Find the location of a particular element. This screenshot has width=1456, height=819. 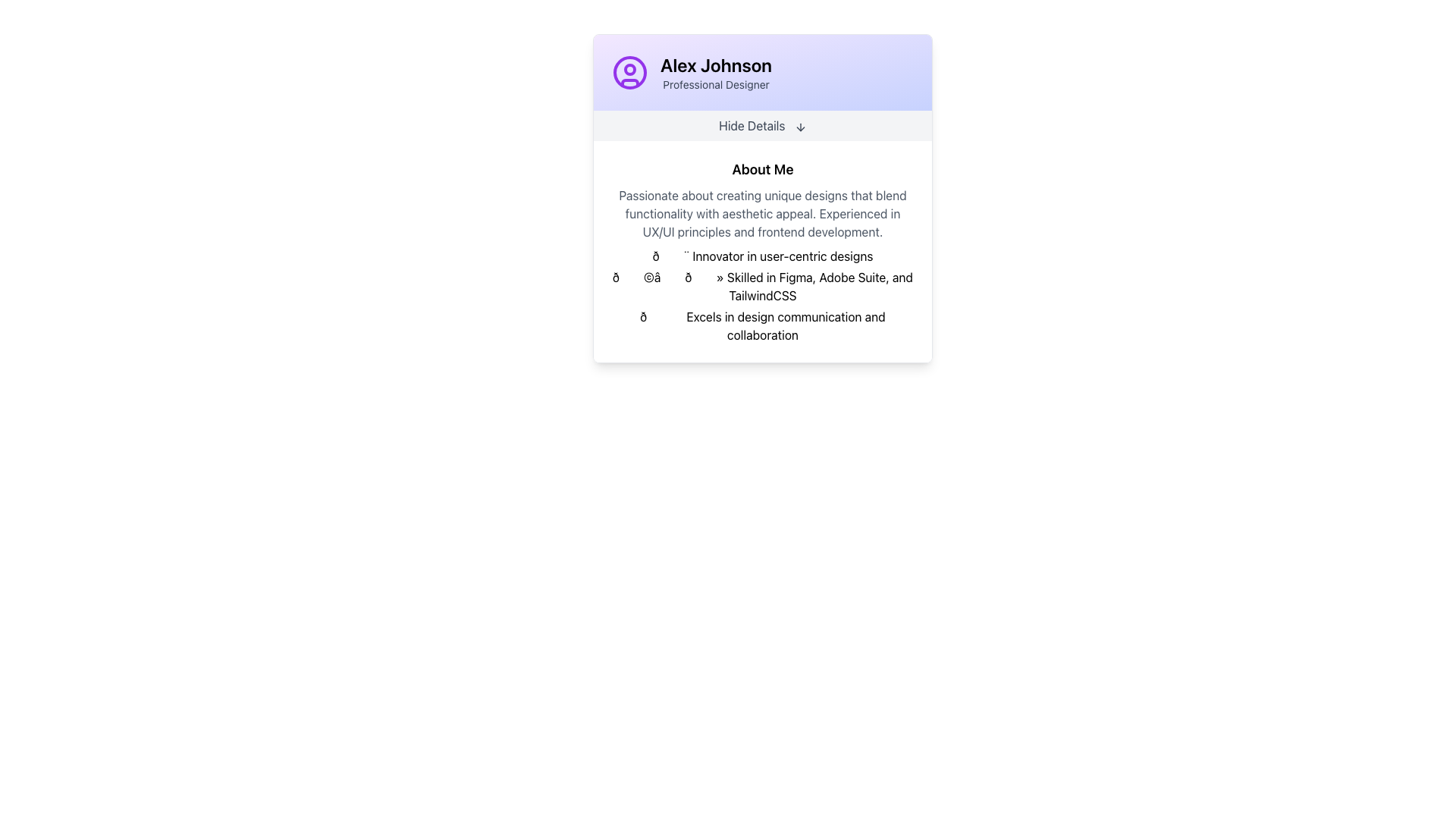

the outermost circular border of the user icon graphic located above the text 'Alex Johnson' and 'Professional Designer' is located at coordinates (629, 73).